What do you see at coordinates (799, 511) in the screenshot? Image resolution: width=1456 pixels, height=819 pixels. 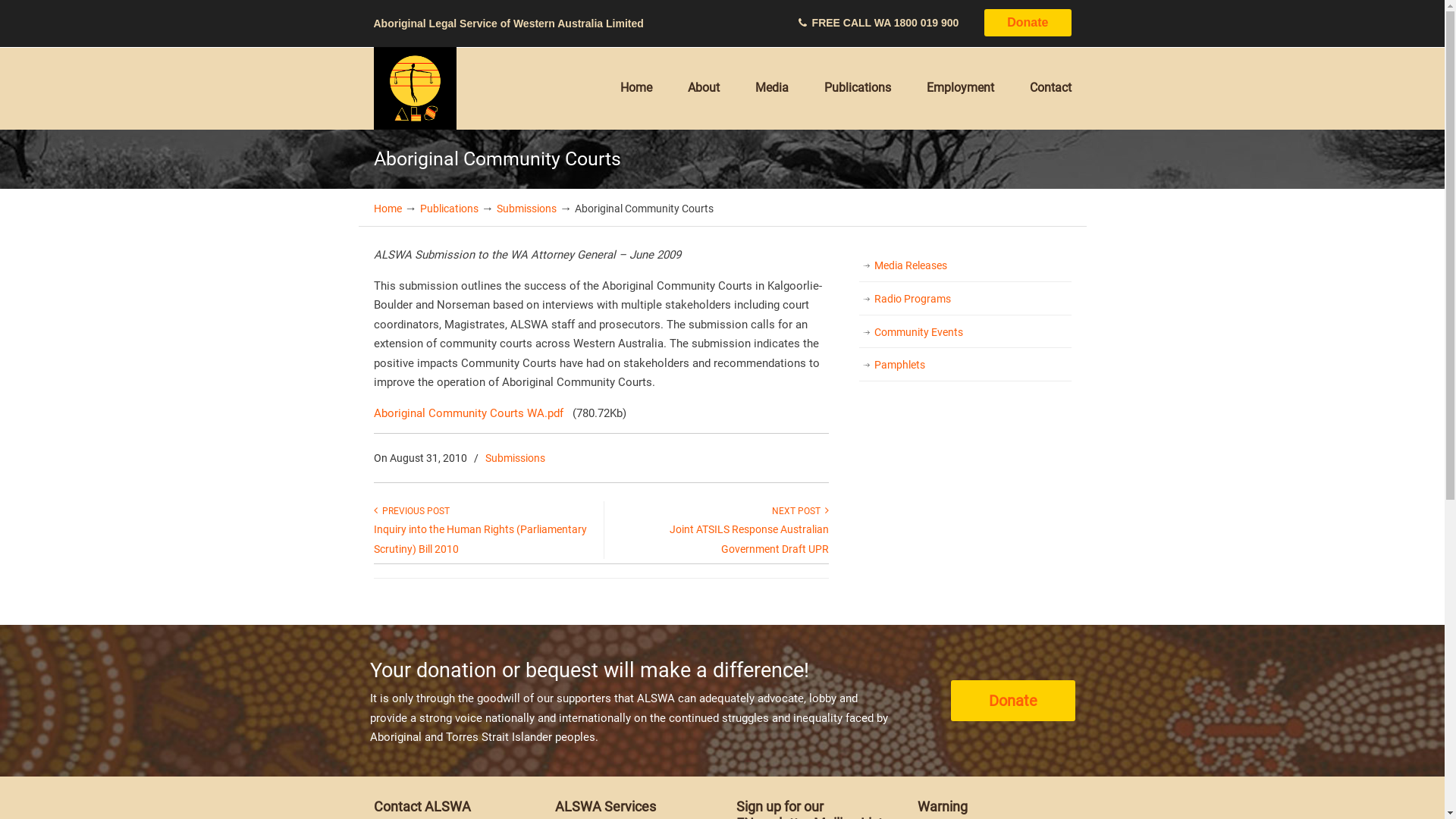 I see `'NEXT POST  '` at bounding box center [799, 511].